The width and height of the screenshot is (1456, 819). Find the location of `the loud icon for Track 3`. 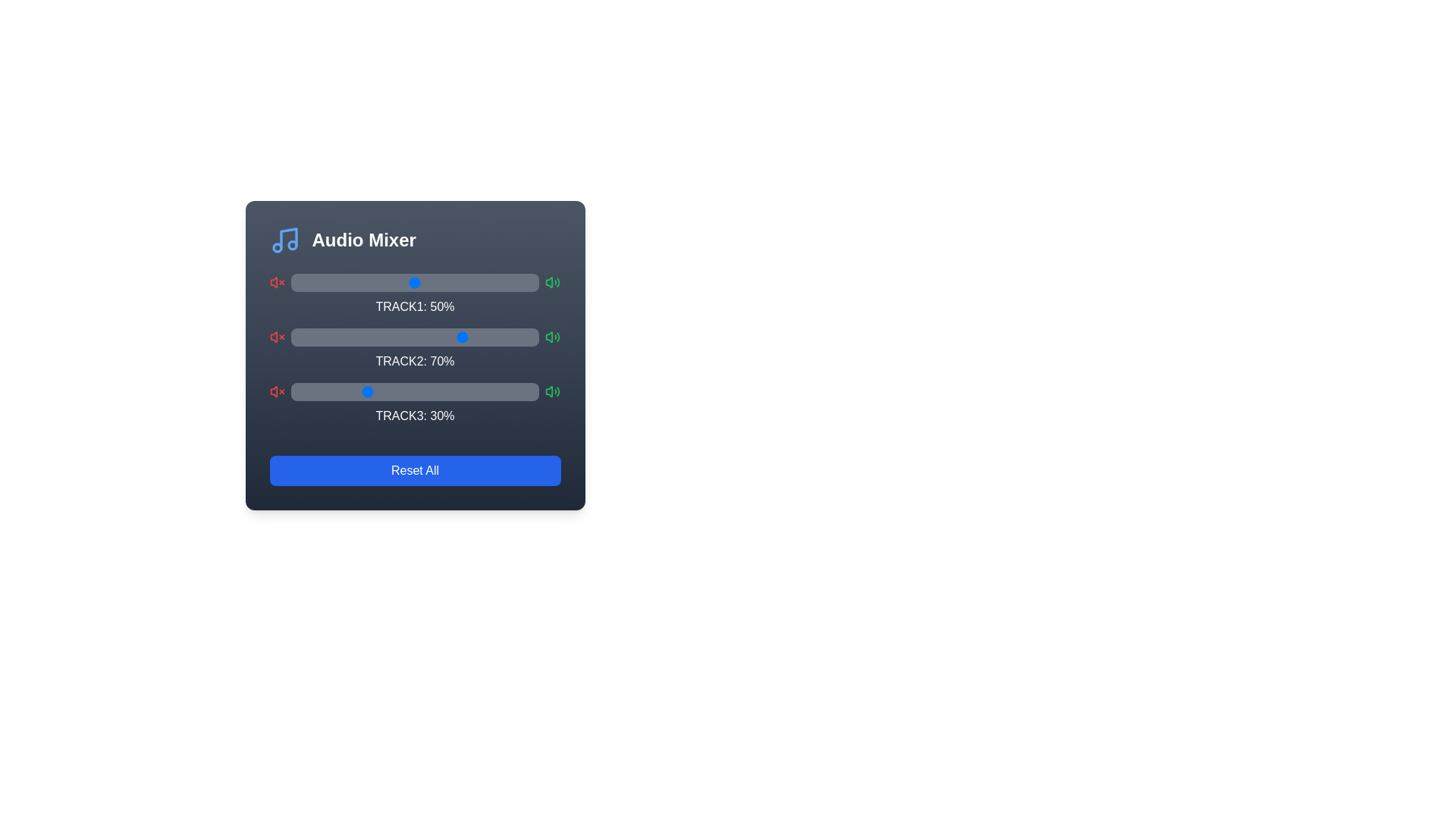

the loud icon for Track 3 is located at coordinates (552, 391).